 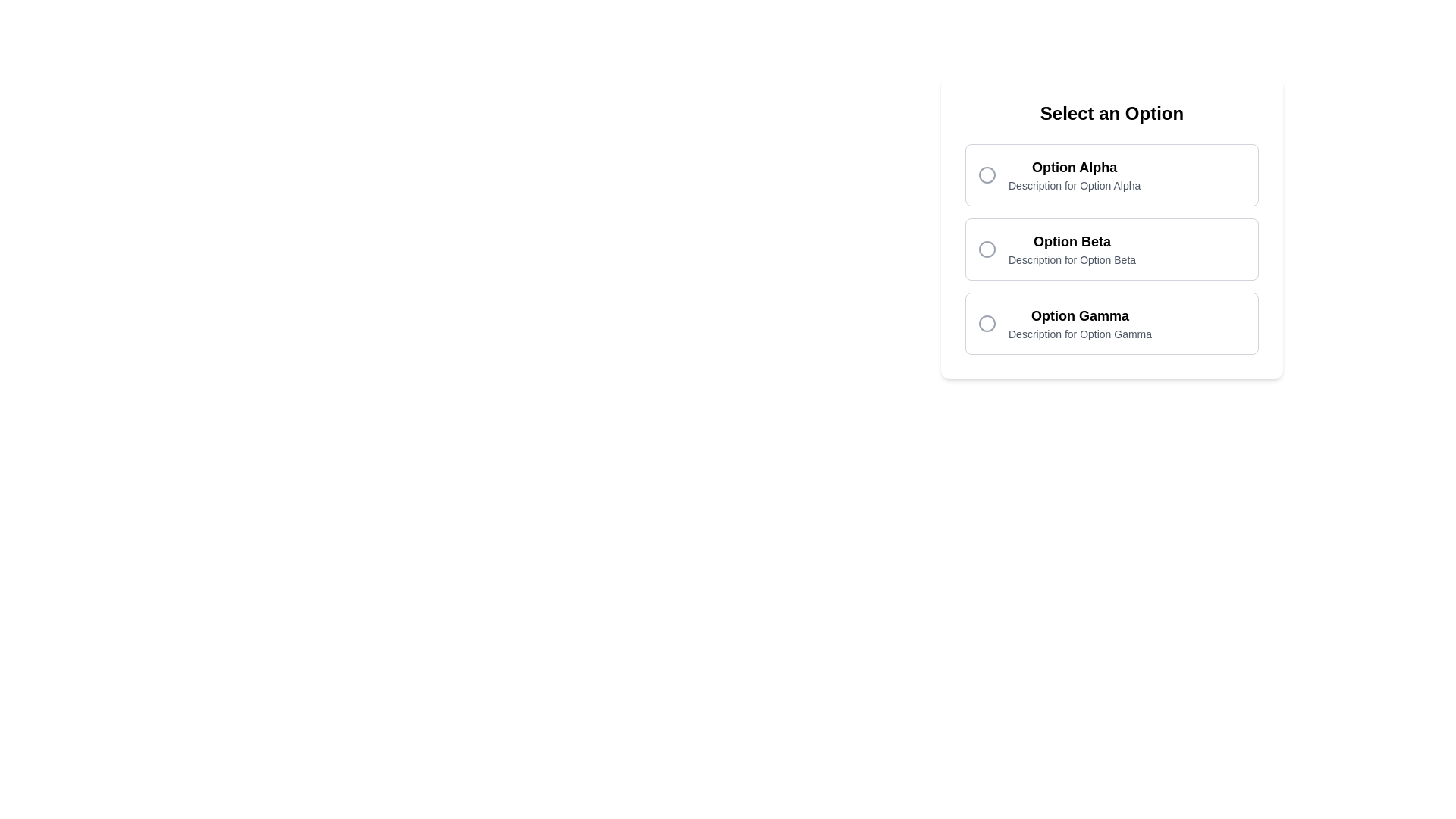 What do you see at coordinates (1072, 259) in the screenshot?
I see `the text label reading 'Description for Option Beta' located centrally beneath the option label 'Option Beta' within the 'Select an Option' card` at bounding box center [1072, 259].